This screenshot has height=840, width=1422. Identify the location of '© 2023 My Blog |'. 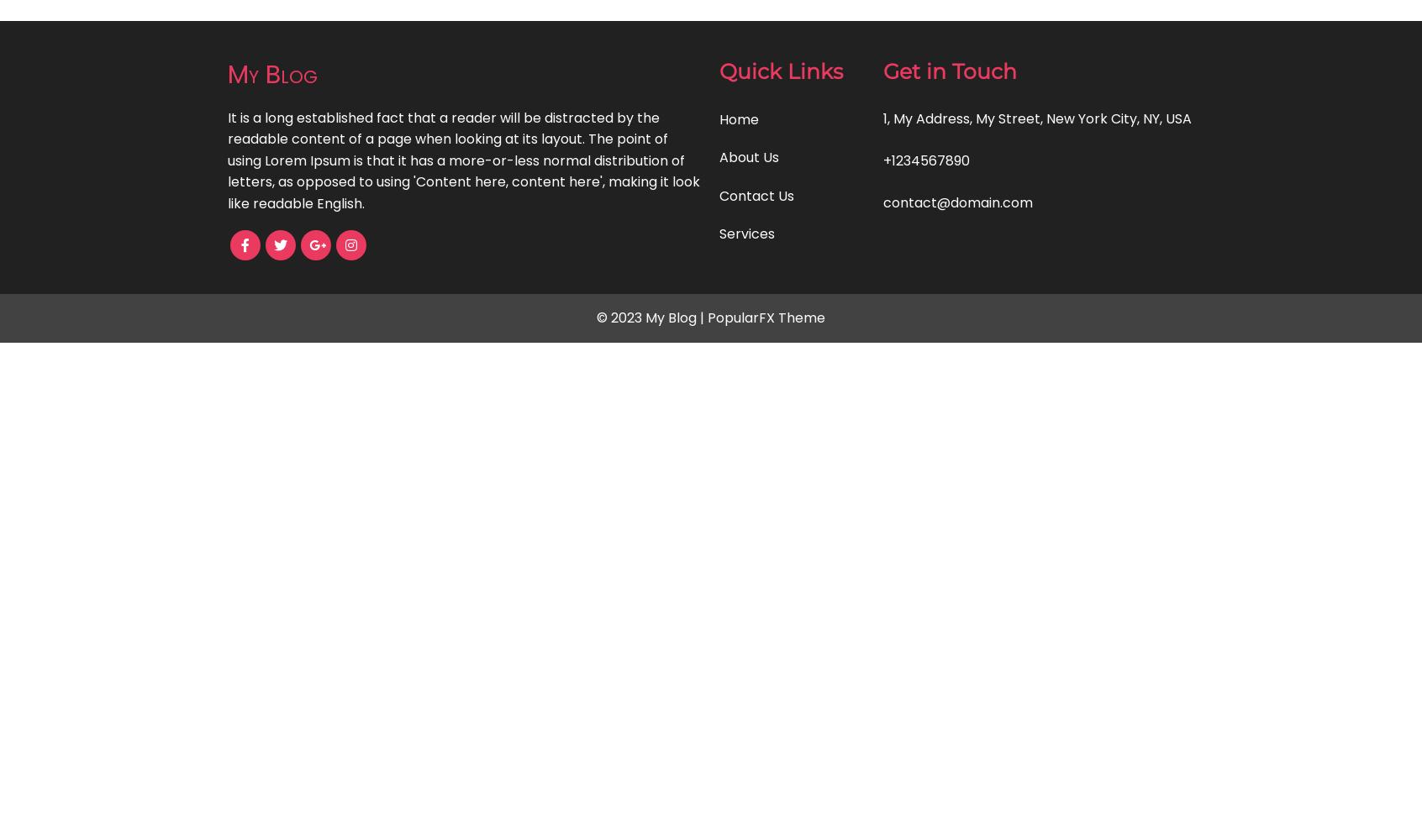
(650, 318).